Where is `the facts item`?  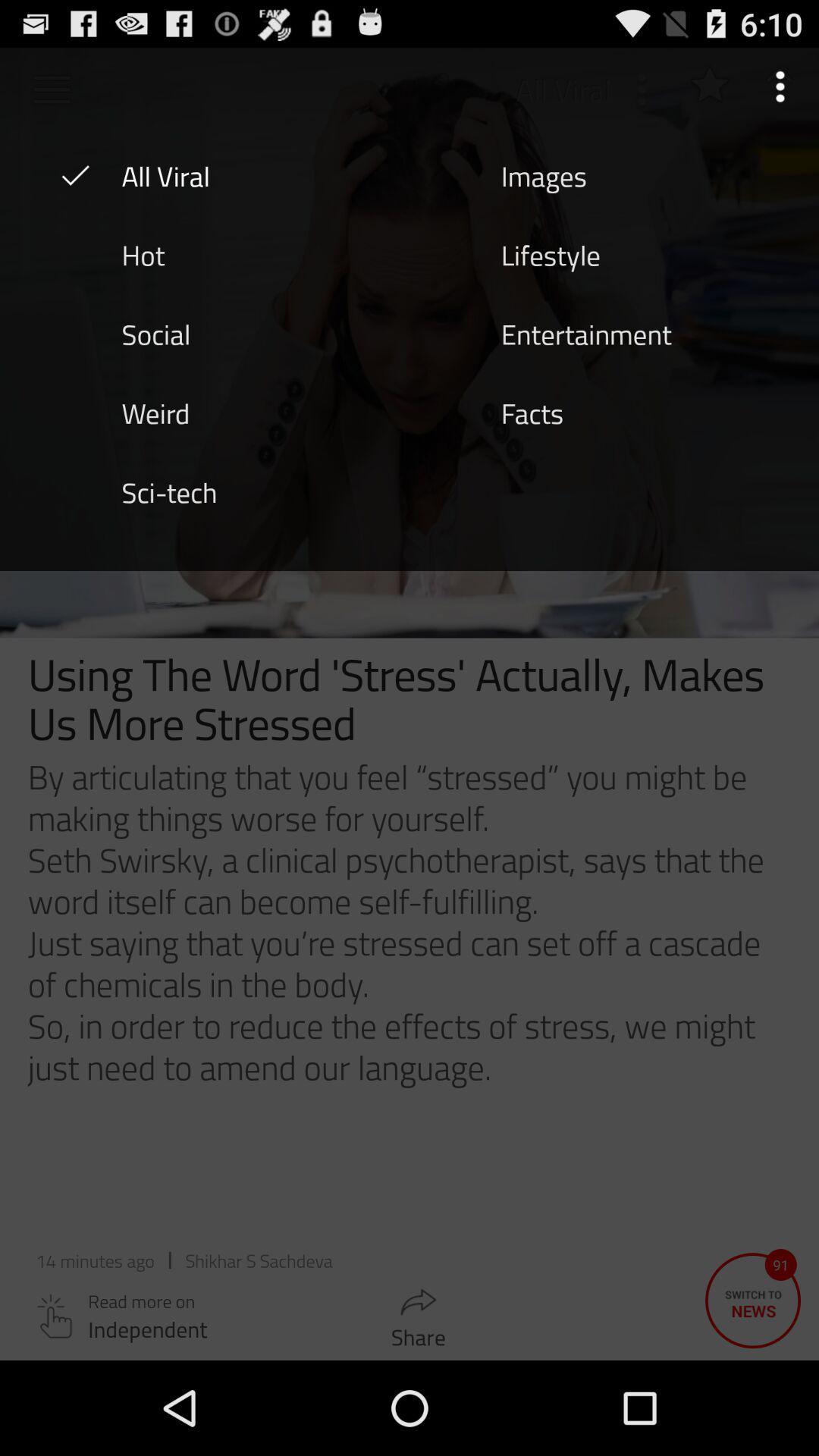 the facts item is located at coordinates (532, 412).